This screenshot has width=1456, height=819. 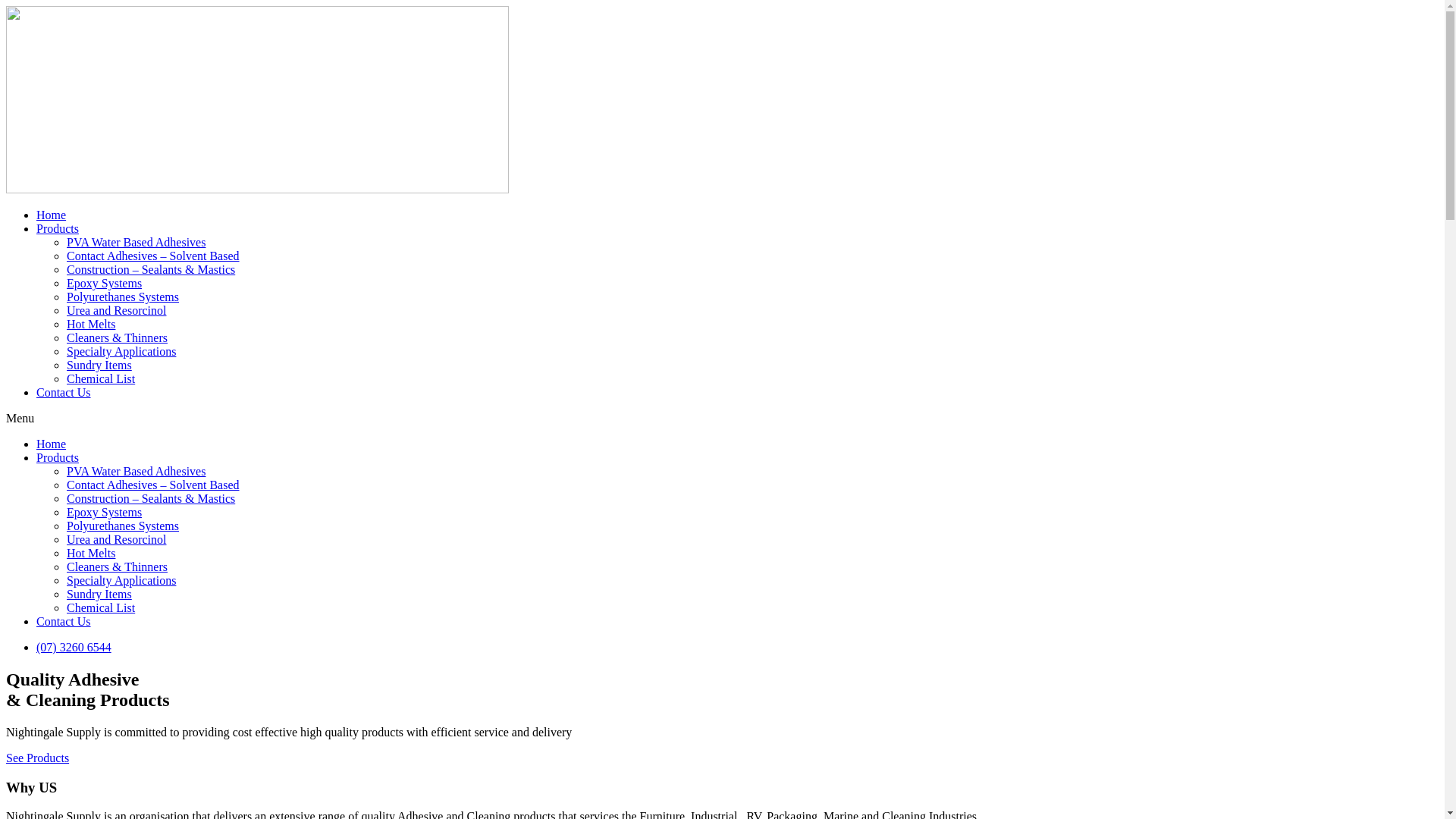 What do you see at coordinates (36, 457) in the screenshot?
I see `'Products'` at bounding box center [36, 457].